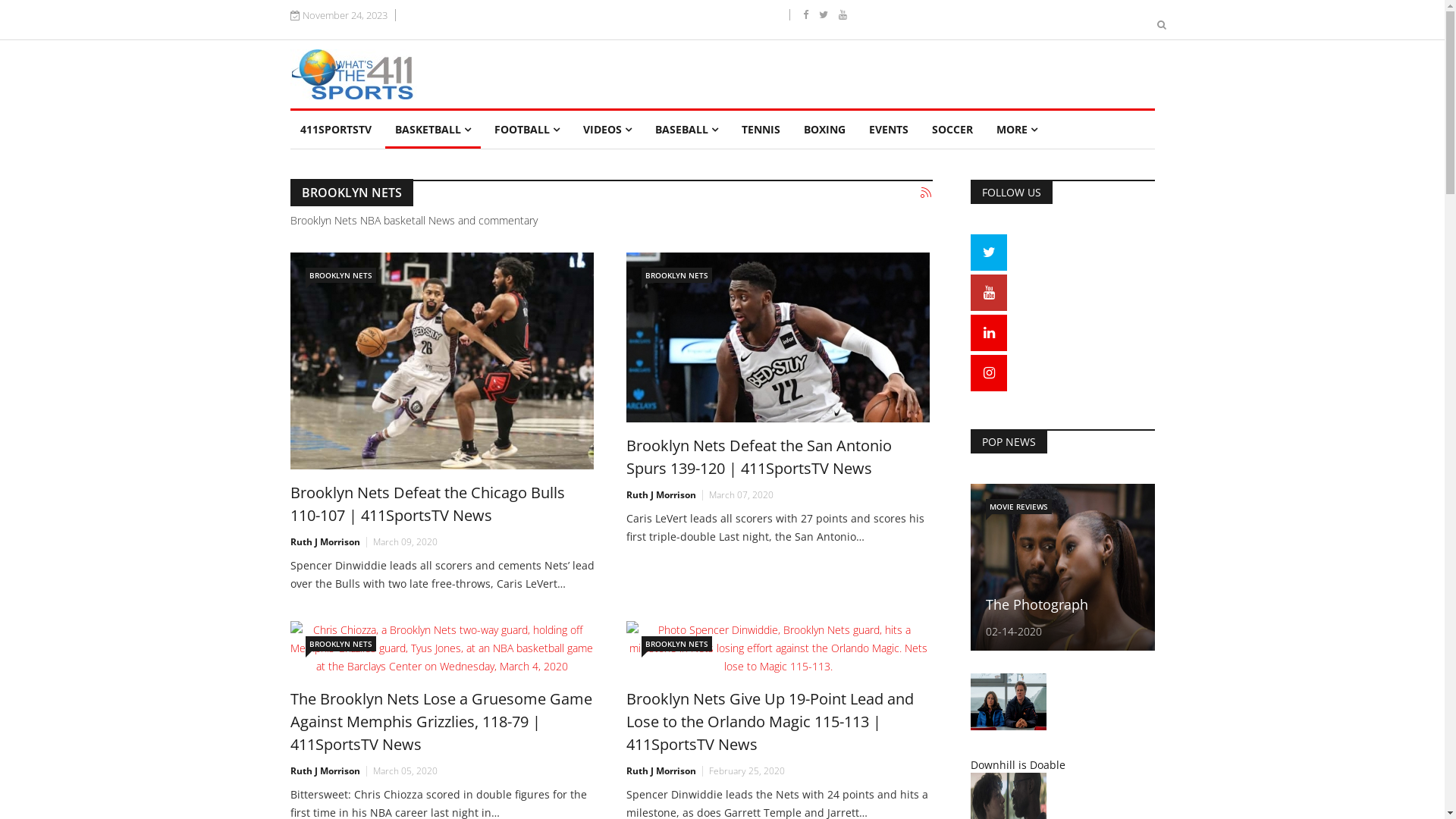 The height and width of the screenshot is (819, 1456). Describe the element at coordinates (1015, 128) in the screenshot. I see `'MORE'` at that location.